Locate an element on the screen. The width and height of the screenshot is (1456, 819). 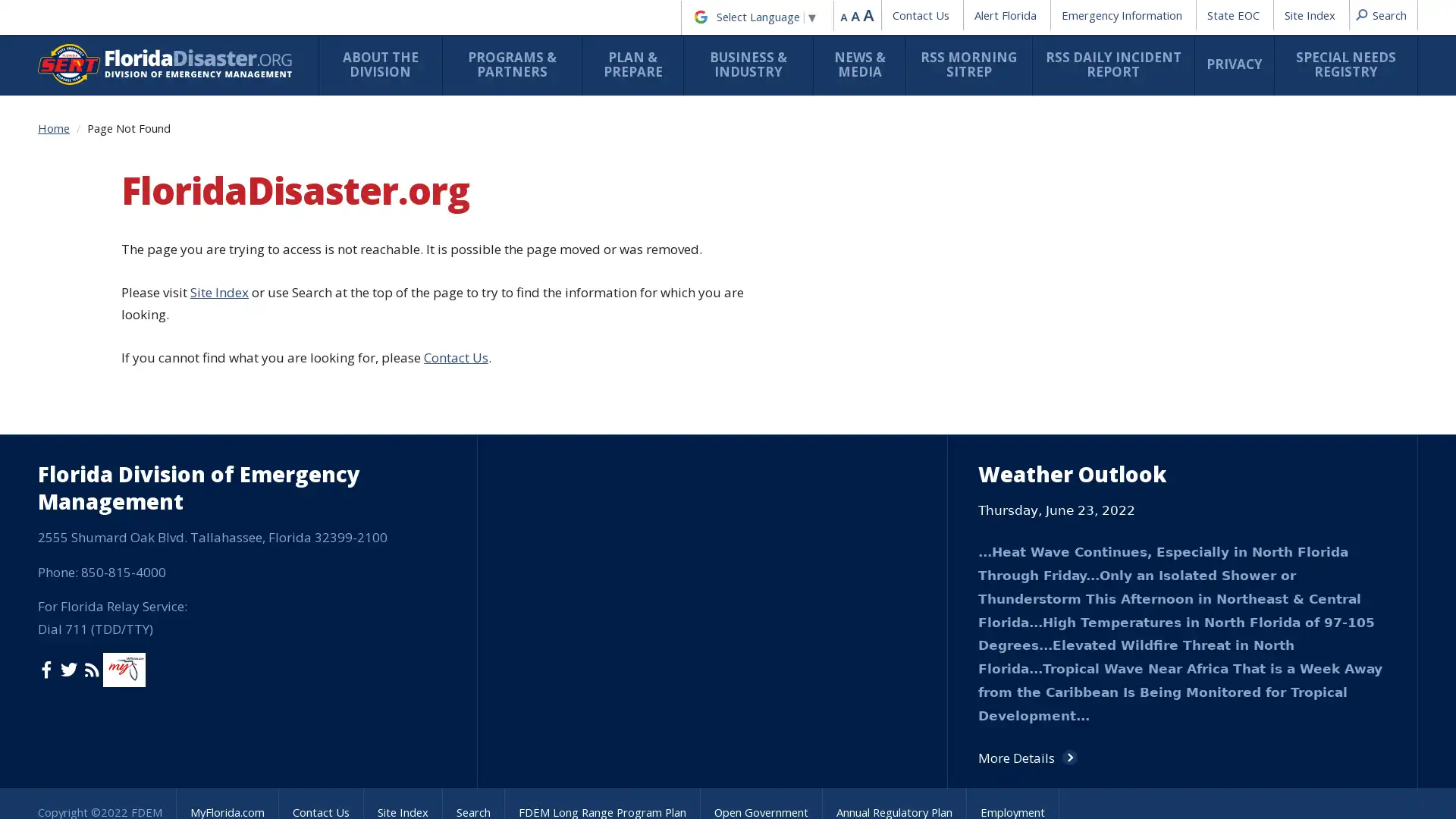
Toggle More is located at coordinates (760, 657).